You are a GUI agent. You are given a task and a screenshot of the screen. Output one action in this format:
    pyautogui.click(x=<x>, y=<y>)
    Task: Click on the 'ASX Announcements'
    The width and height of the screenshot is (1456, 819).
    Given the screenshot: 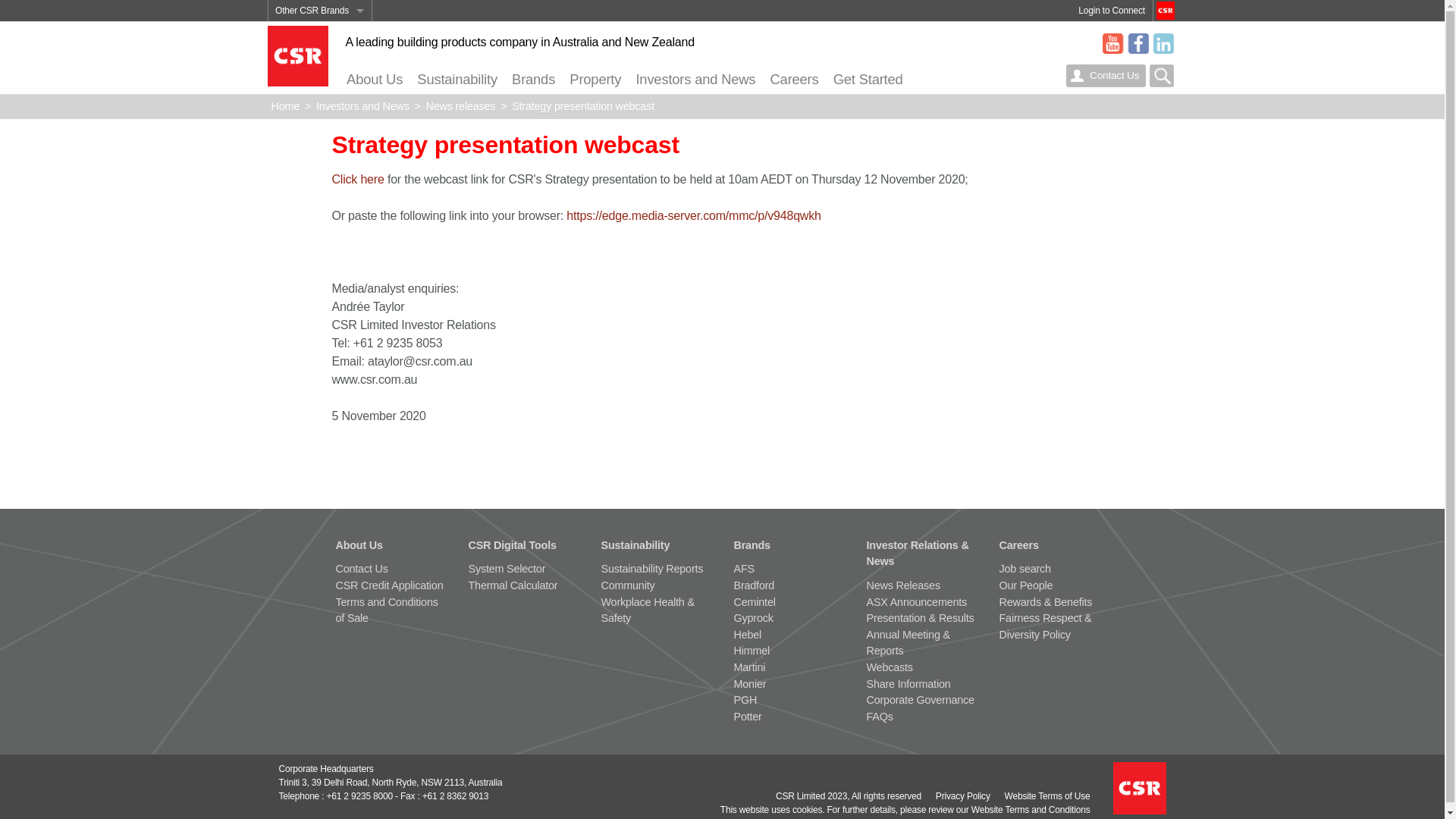 What is the action you would take?
    pyautogui.click(x=915, y=601)
    